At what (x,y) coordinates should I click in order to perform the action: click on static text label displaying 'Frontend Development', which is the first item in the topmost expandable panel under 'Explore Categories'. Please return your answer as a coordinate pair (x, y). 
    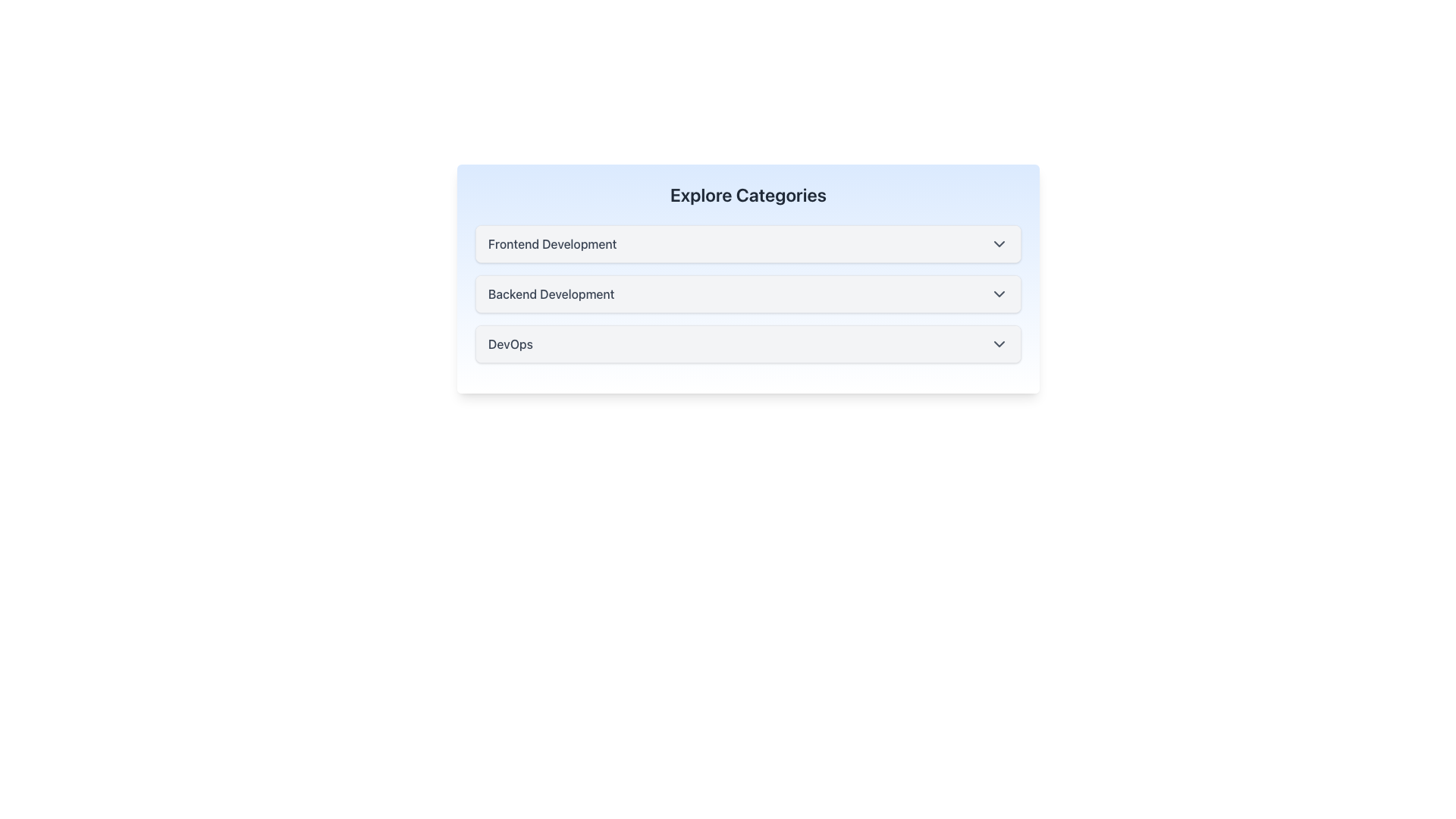
    Looking at the image, I should click on (551, 243).